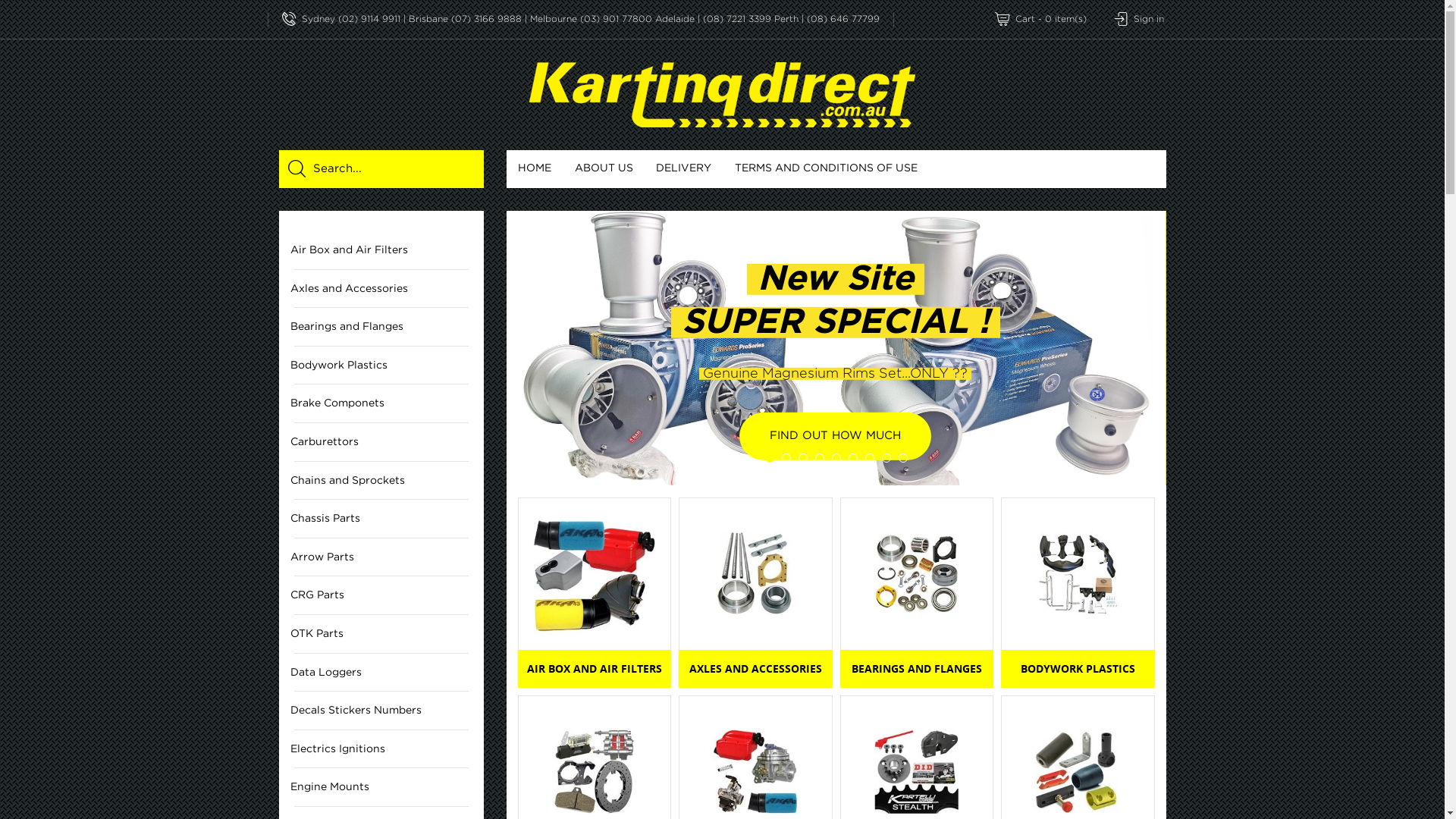 The height and width of the screenshot is (819, 1456). Describe the element at coordinates (381, 249) in the screenshot. I see `'Air Box and Air Filters'` at that location.